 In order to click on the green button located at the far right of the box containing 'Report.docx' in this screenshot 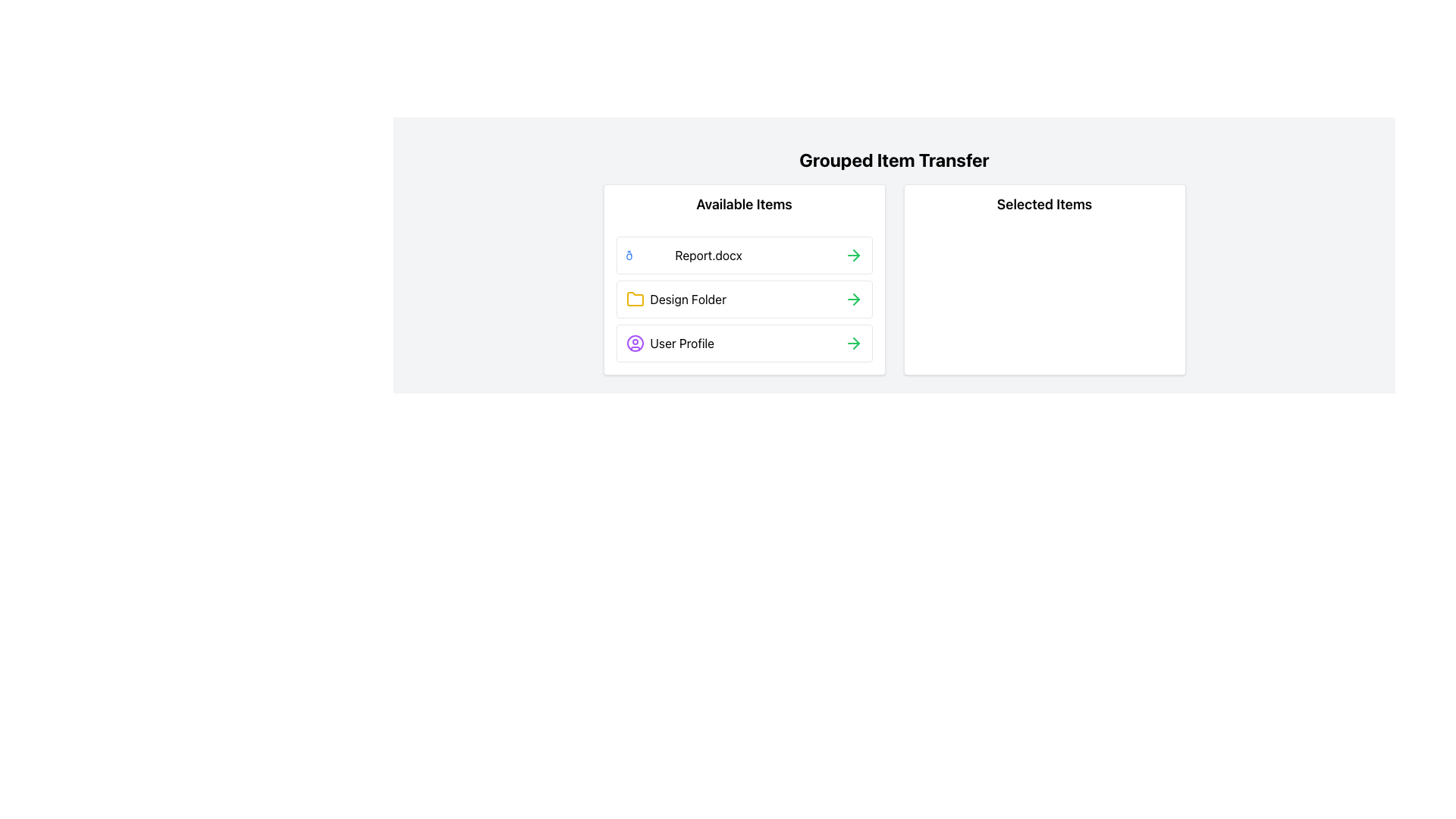, I will do `click(853, 254)`.